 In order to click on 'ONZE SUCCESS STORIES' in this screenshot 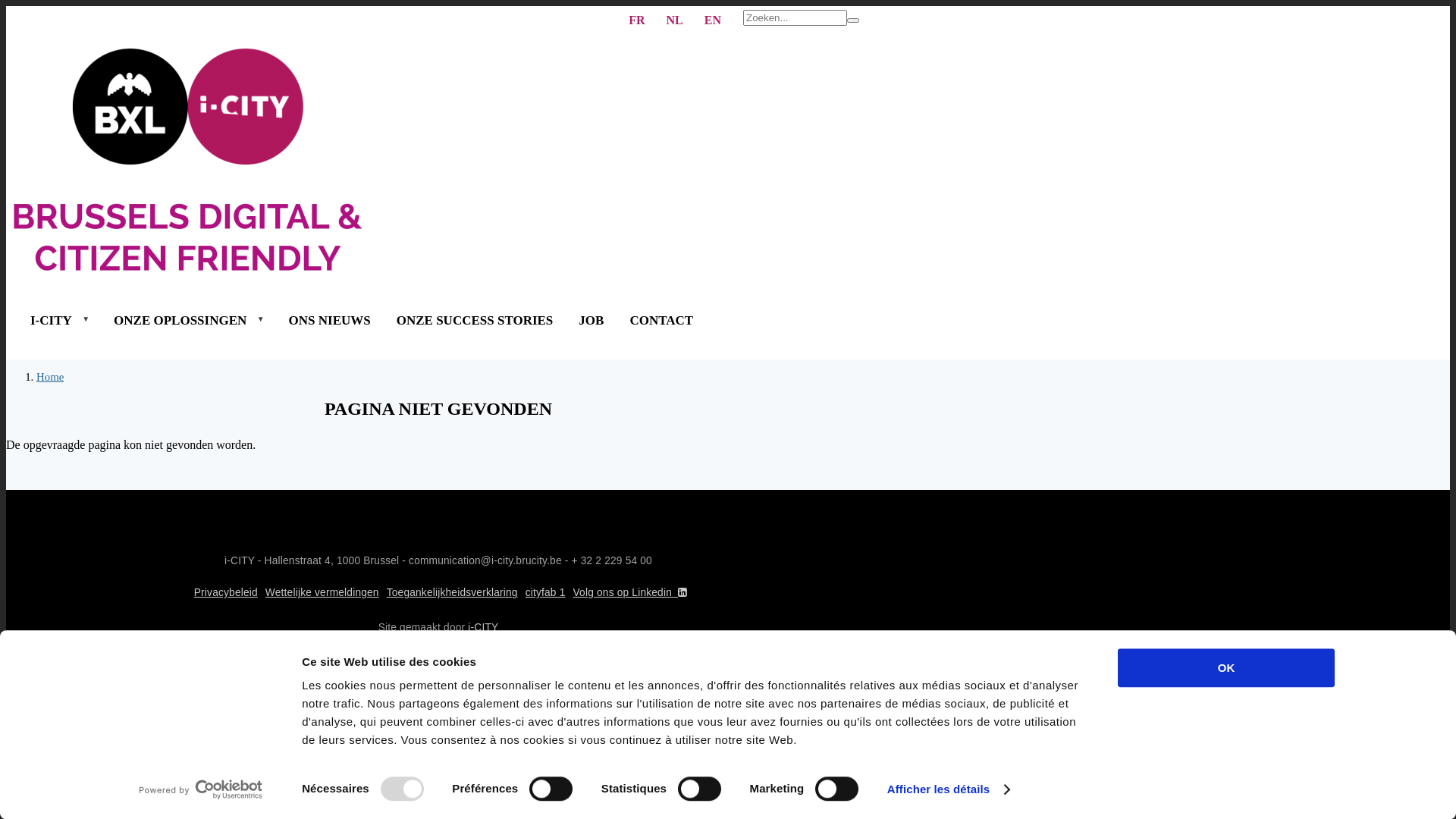, I will do `click(474, 319)`.